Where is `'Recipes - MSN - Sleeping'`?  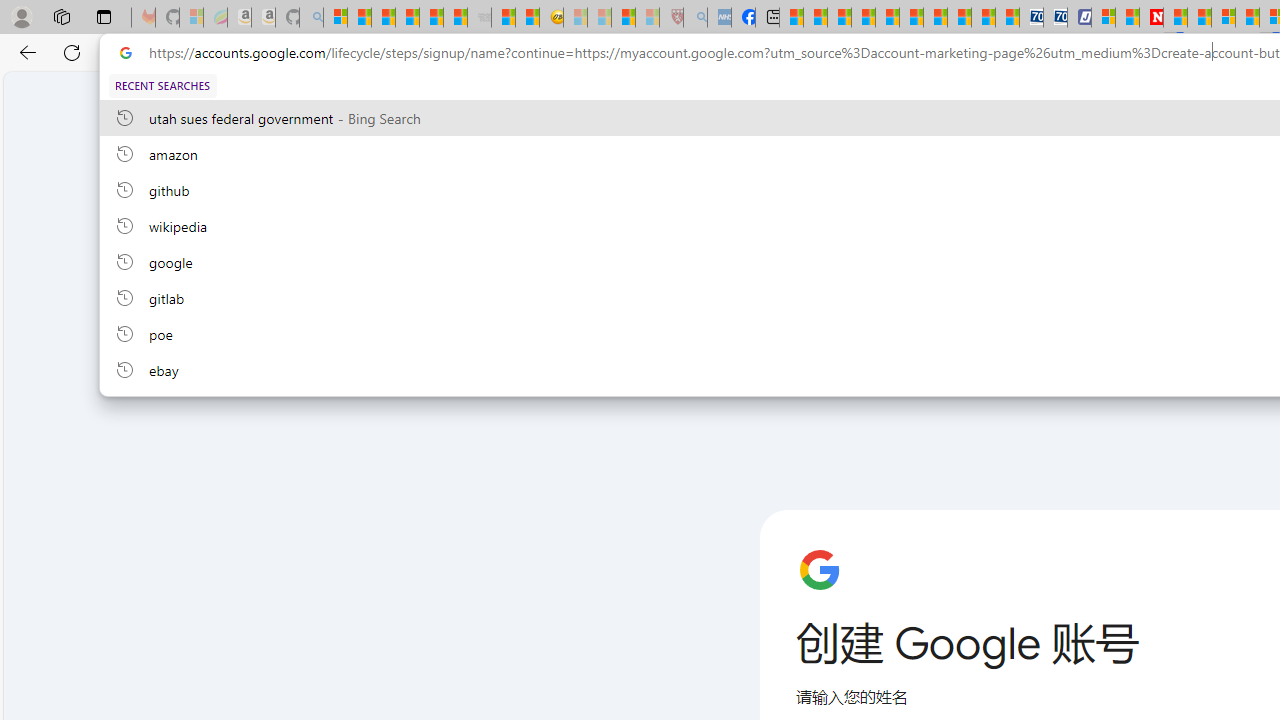 'Recipes - MSN - Sleeping' is located at coordinates (575, 17).